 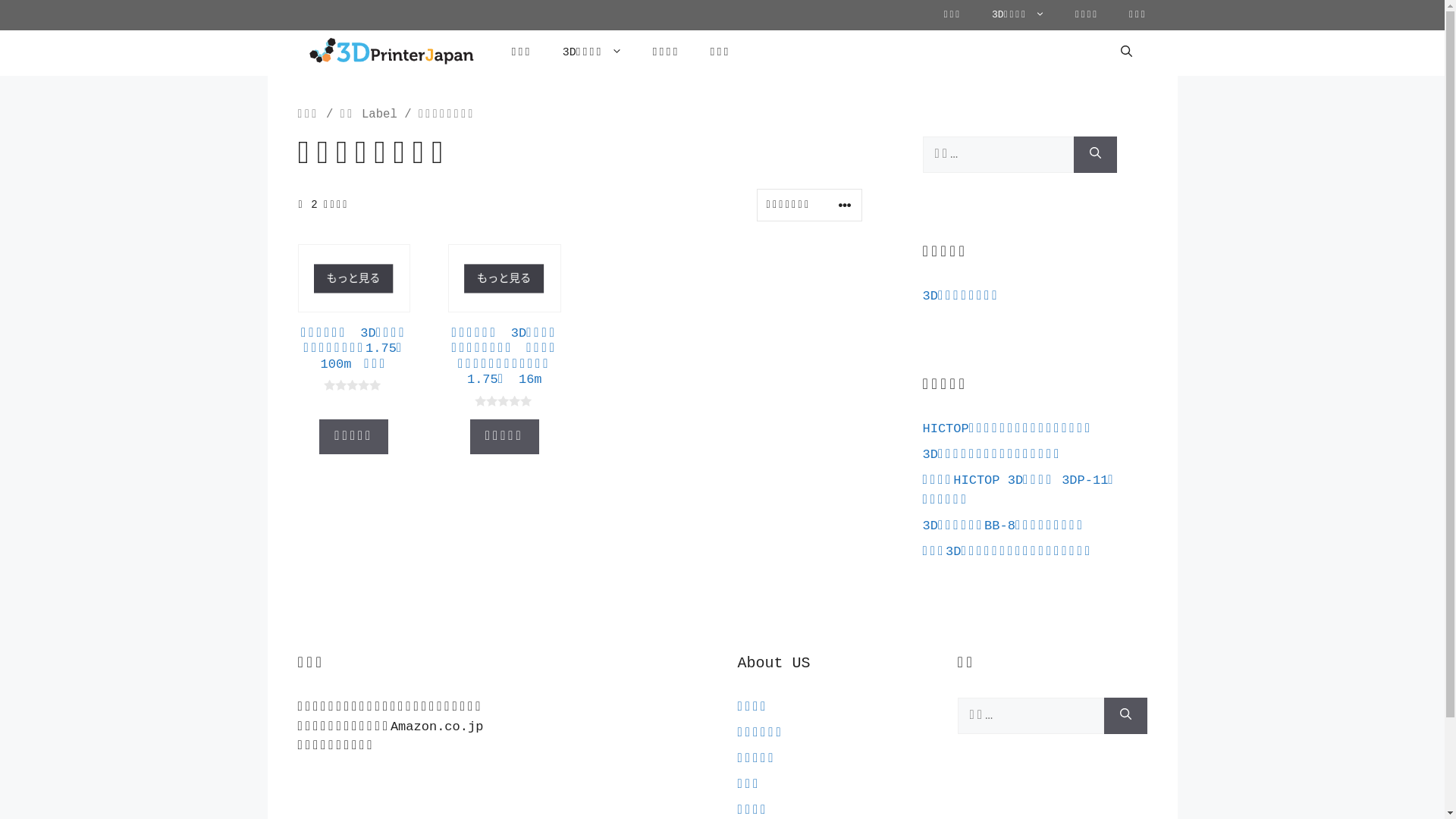 I want to click on 'Not yet rated', so click(x=504, y=400).